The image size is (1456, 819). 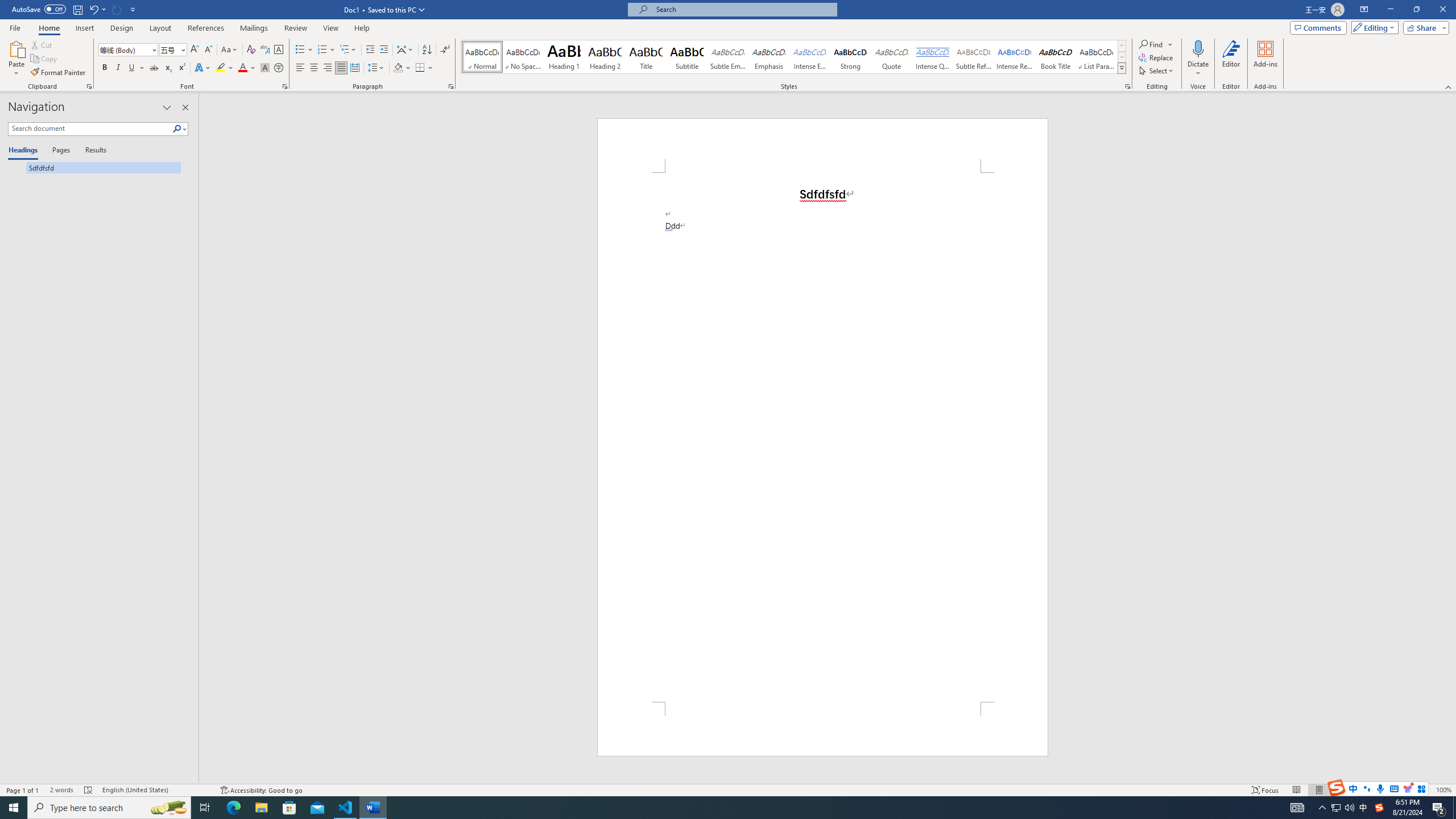 What do you see at coordinates (1122, 67) in the screenshot?
I see `'Styles'` at bounding box center [1122, 67].